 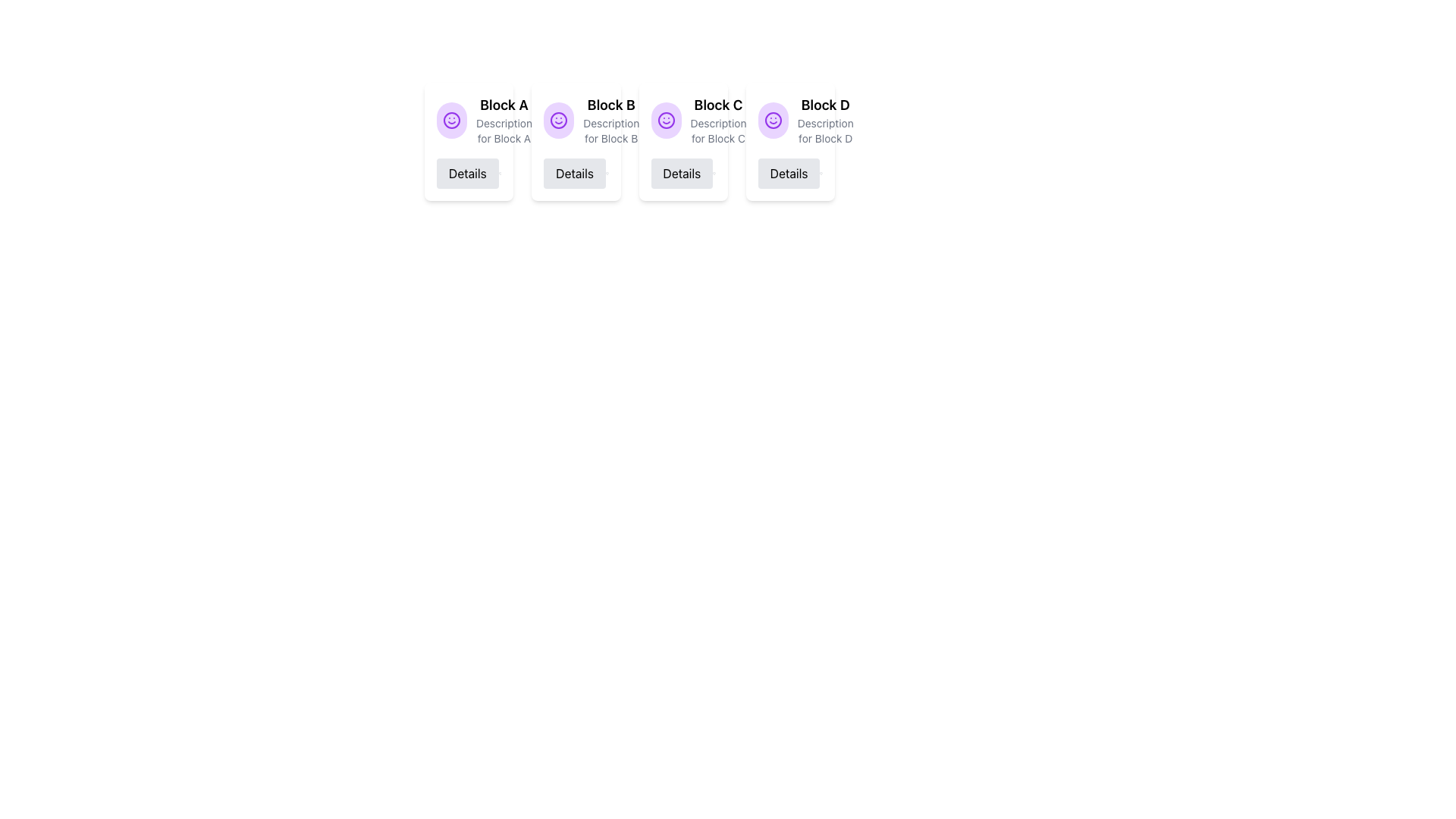 What do you see at coordinates (824, 130) in the screenshot?
I see `the text element displaying 'Description for Block D', located in the fourth card labeled 'Block D', positioned beneath the title and above the 'Details' button` at bounding box center [824, 130].